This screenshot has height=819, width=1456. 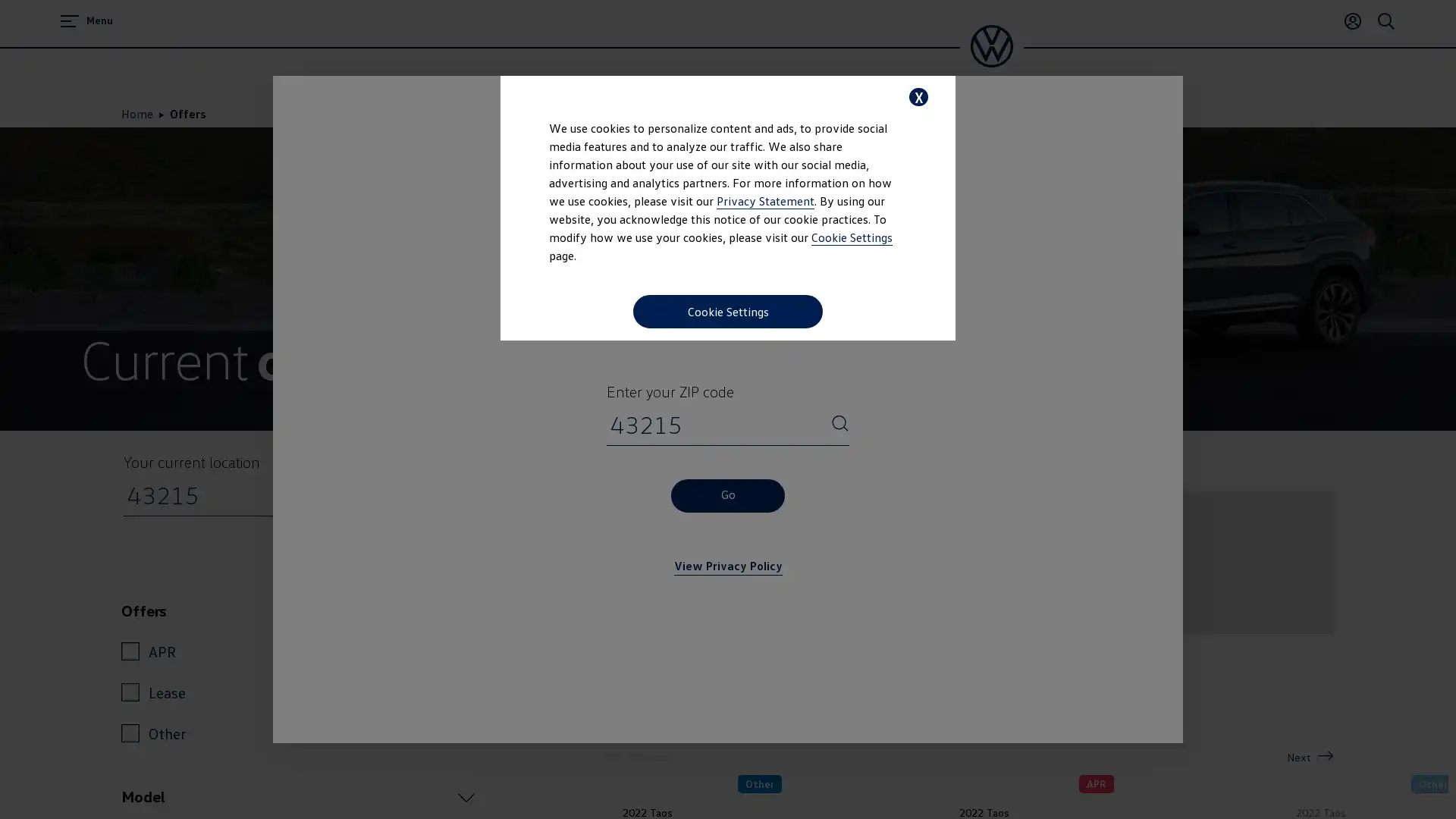 What do you see at coordinates (639, 757) in the screenshot?
I see `Previous` at bounding box center [639, 757].